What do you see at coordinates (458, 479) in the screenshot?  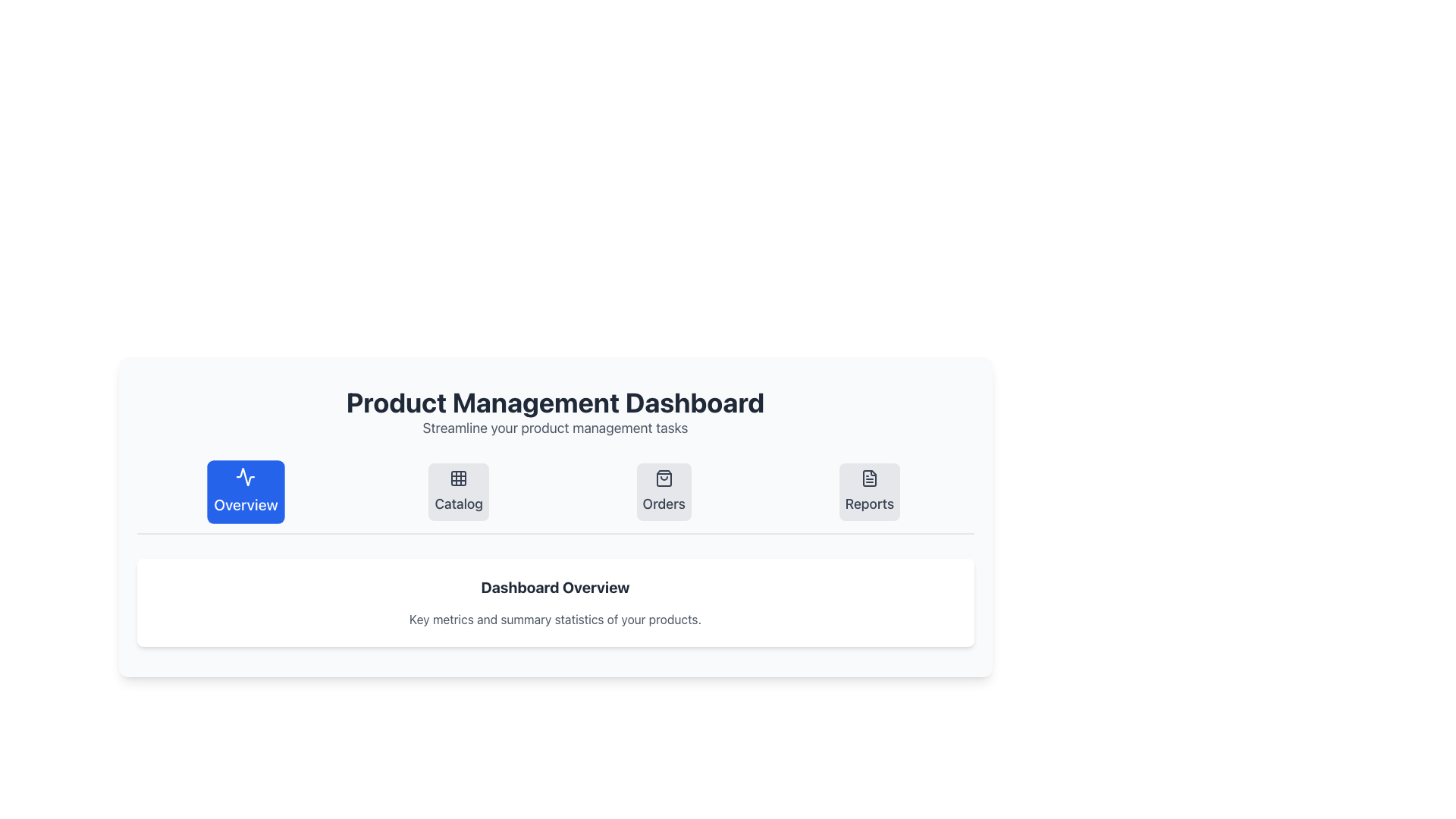 I see `the 'Catalog' navigation icon, which is the second element in the row of navigation options under the 'Product Management Dashboard' title` at bounding box center [458, 479].